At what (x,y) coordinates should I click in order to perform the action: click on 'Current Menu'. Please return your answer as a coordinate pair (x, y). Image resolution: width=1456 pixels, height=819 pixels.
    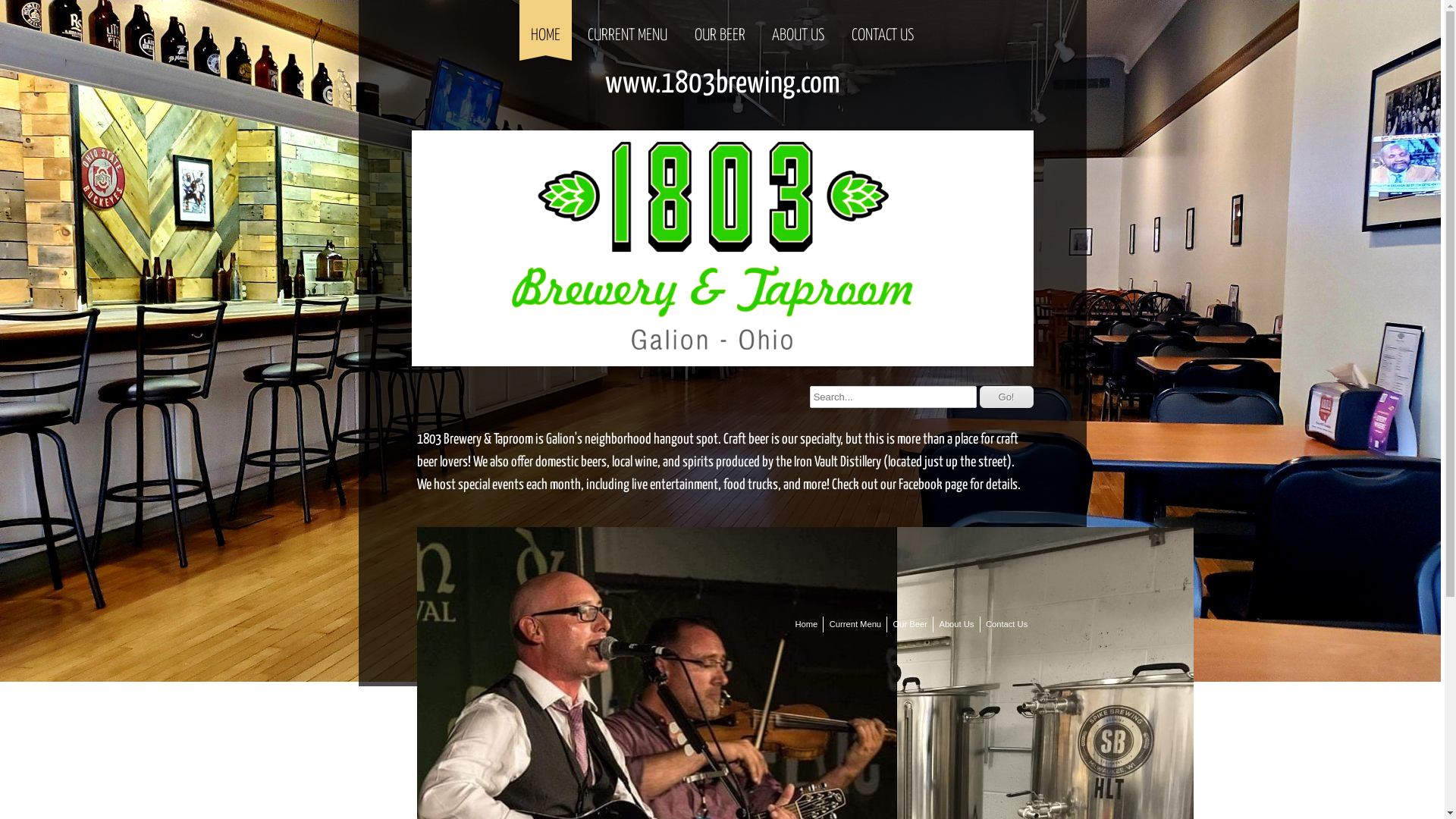
    Looking at the image, I should click on (825, 624).